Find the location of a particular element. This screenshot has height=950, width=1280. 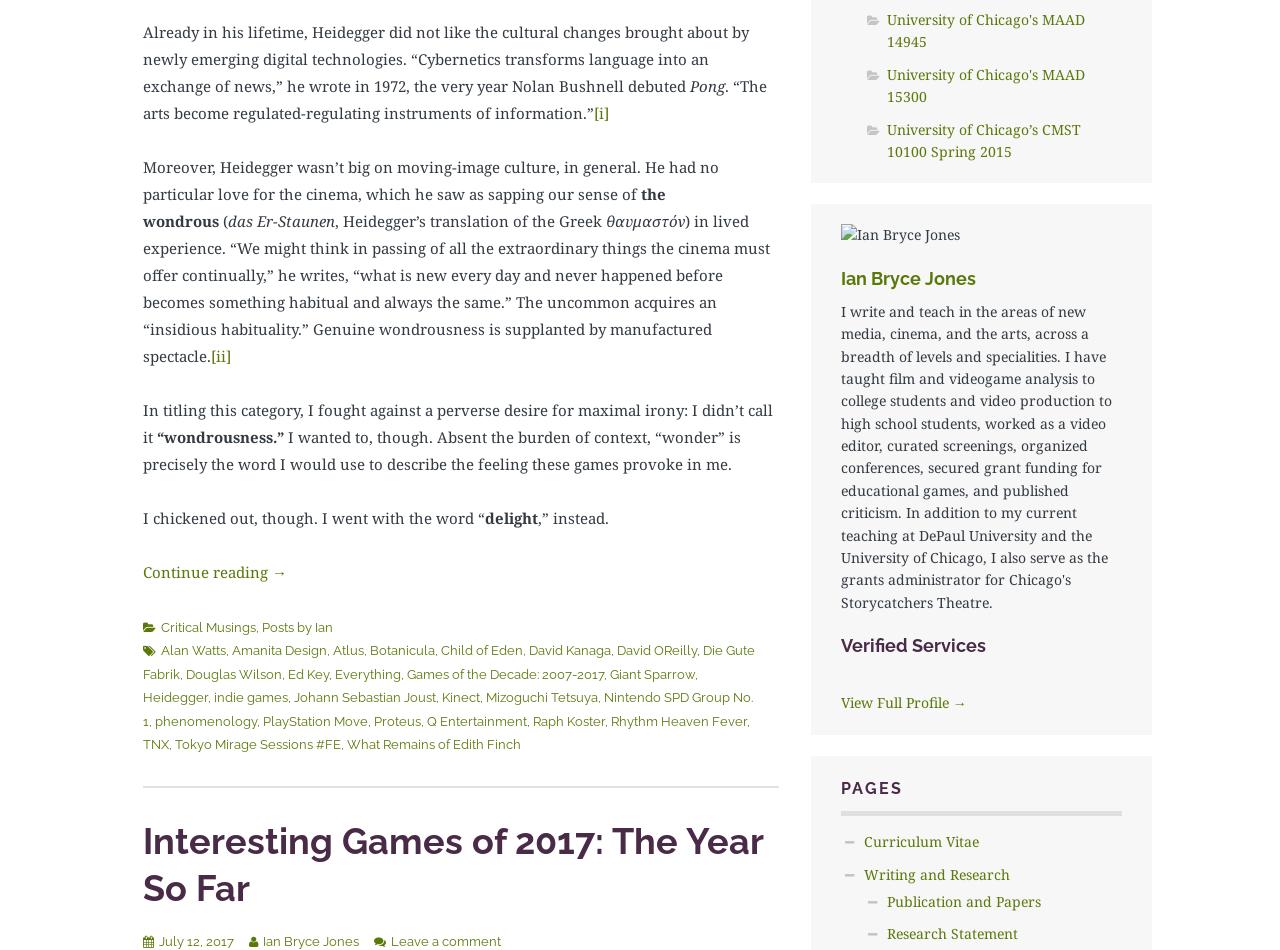

'Research Statement' is located at coordinates (950, 932).